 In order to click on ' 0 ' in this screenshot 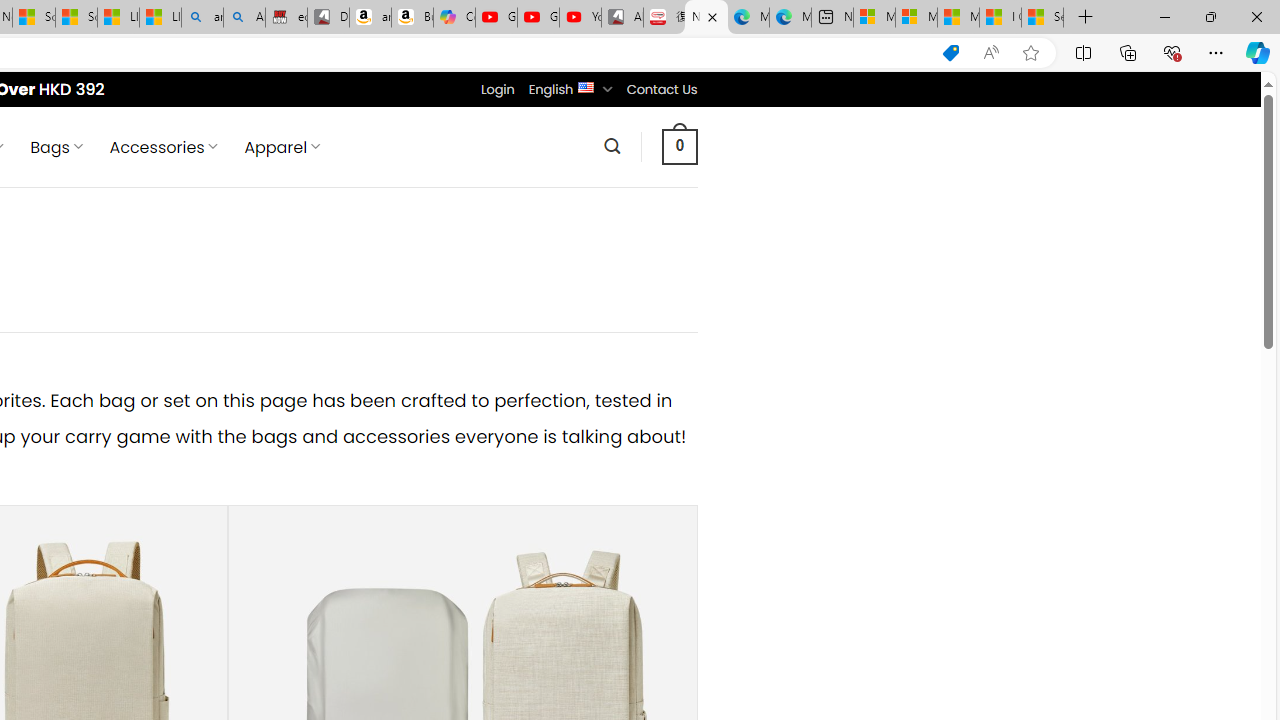, I will do `click(679, 145)`.